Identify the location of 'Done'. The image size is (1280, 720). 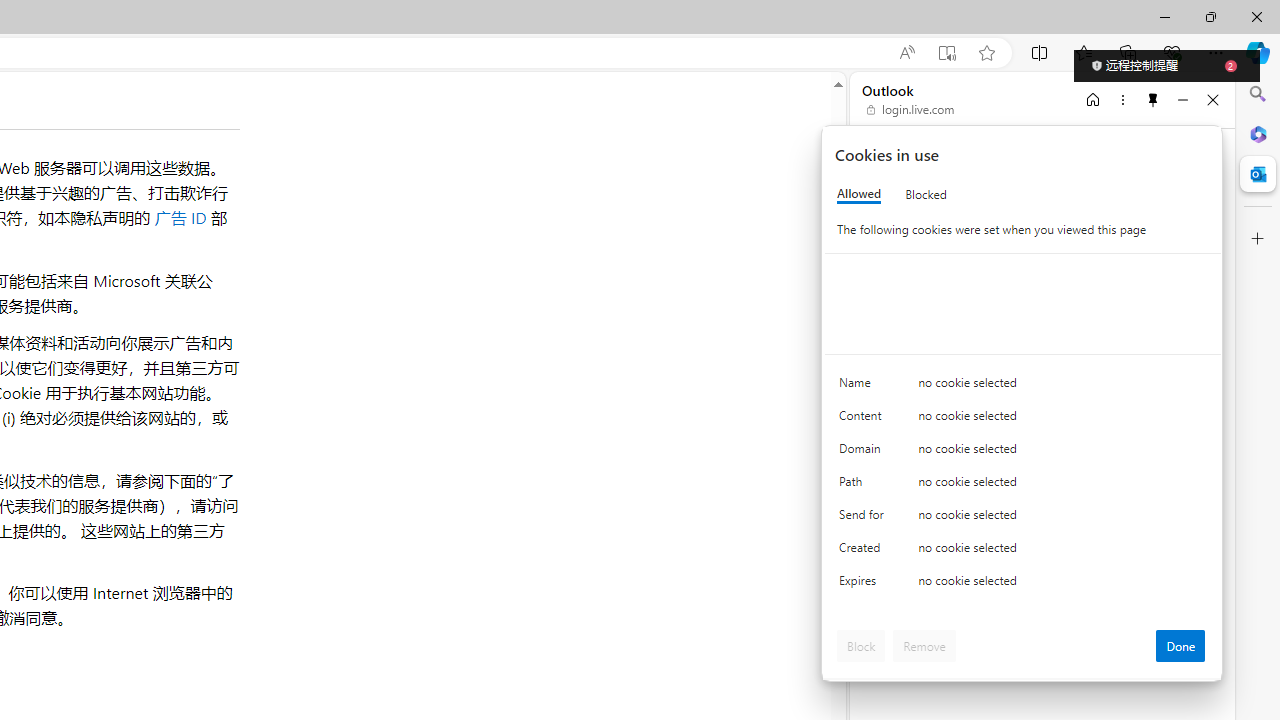
(1180, 645).